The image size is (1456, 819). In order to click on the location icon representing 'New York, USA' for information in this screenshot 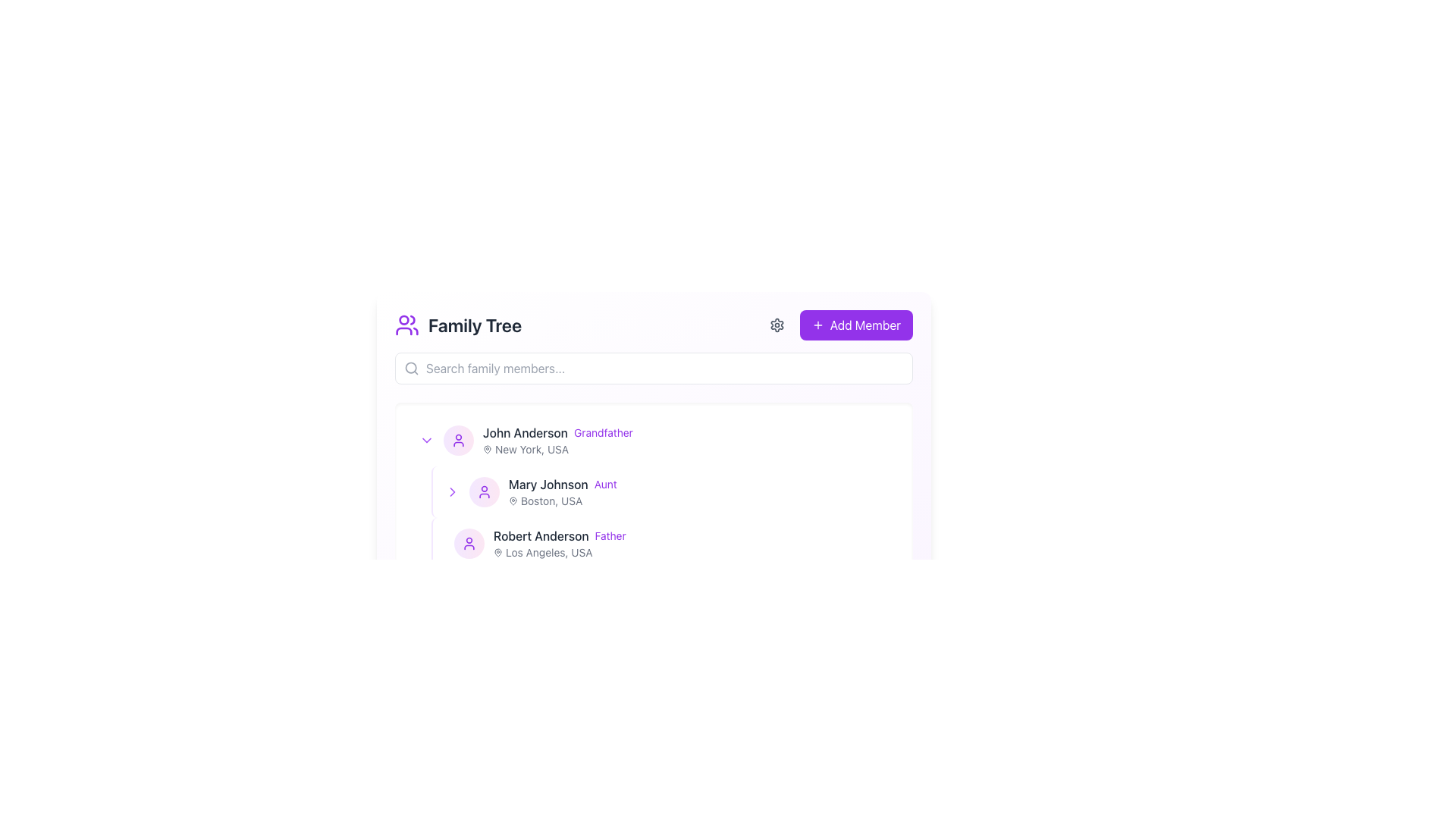, I will do `click(488, 449)`.